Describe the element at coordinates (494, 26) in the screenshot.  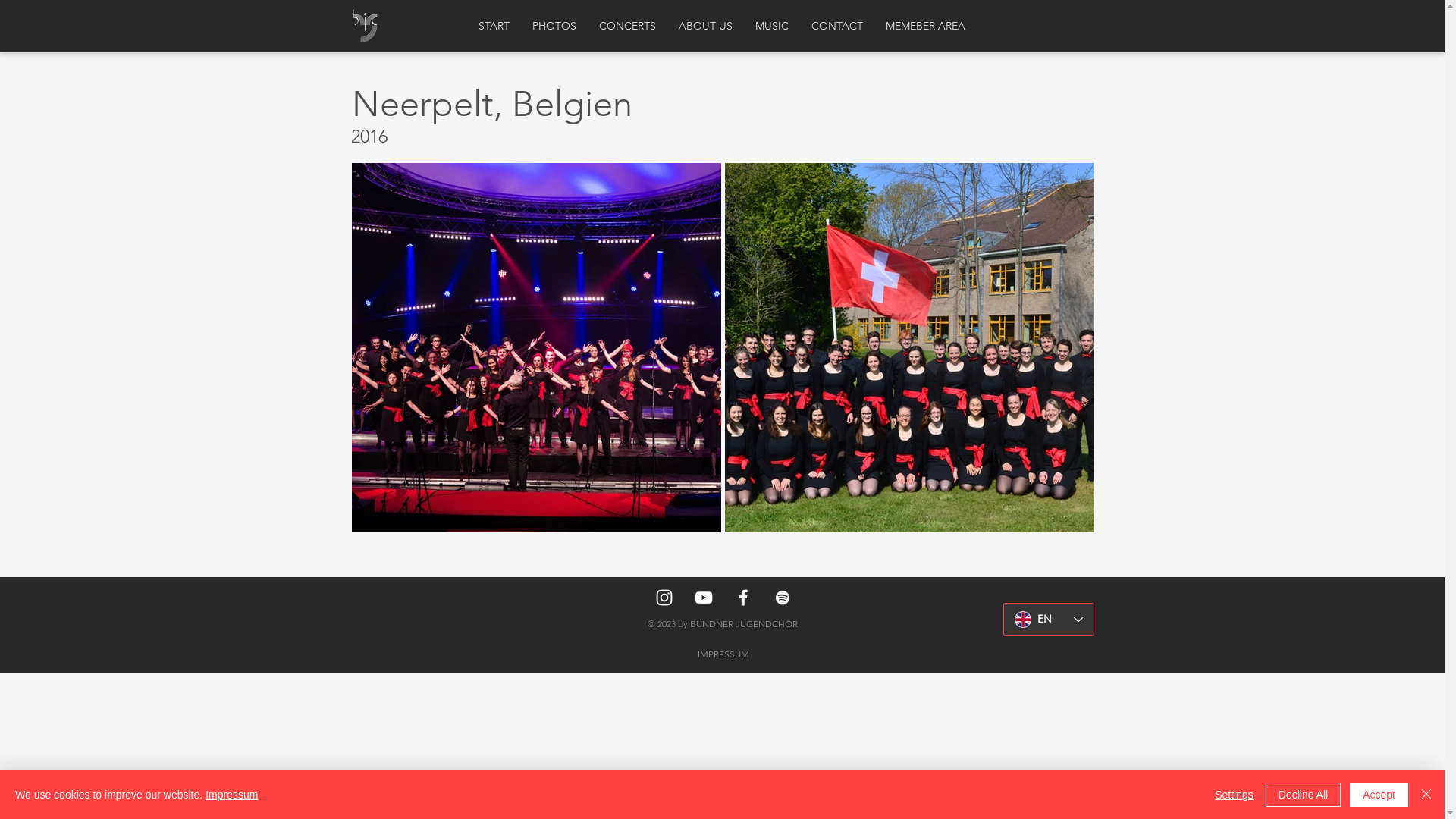
I see `'START'` at that location.